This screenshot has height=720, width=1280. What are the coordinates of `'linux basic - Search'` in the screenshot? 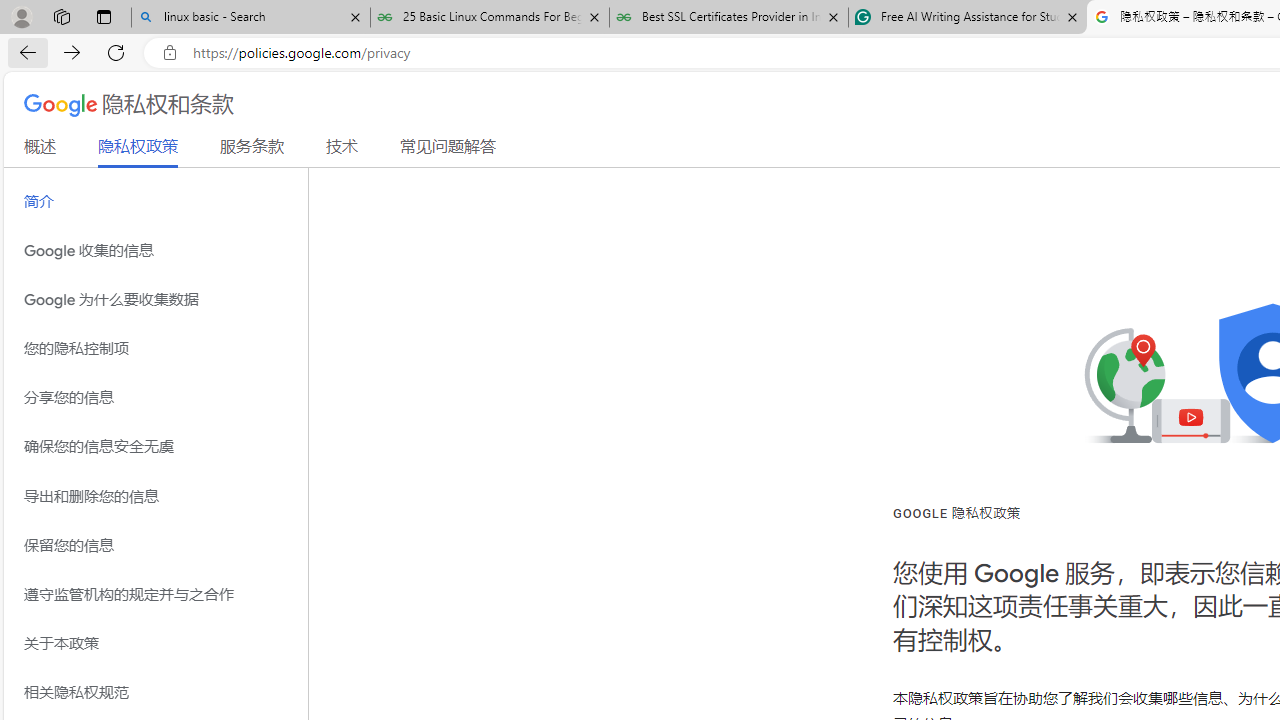 It's located at (249, 17).